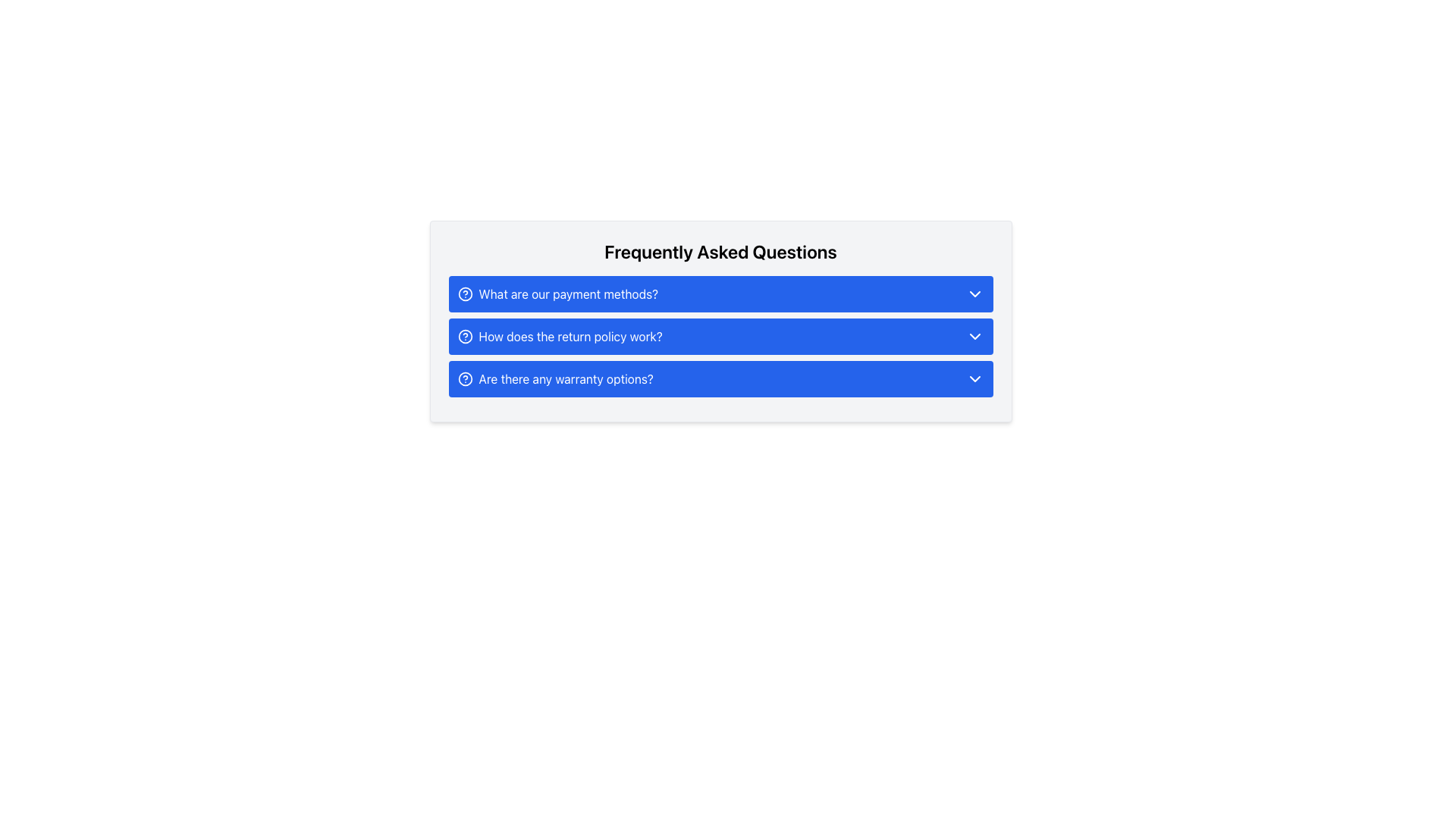 This screenshot has height=819, width=1456. Describe the element at coordinates (974, 378) in the screenshot. I see `the toggle icon for the FAQ section labeled 'Are there any warranty options?'` at that location.